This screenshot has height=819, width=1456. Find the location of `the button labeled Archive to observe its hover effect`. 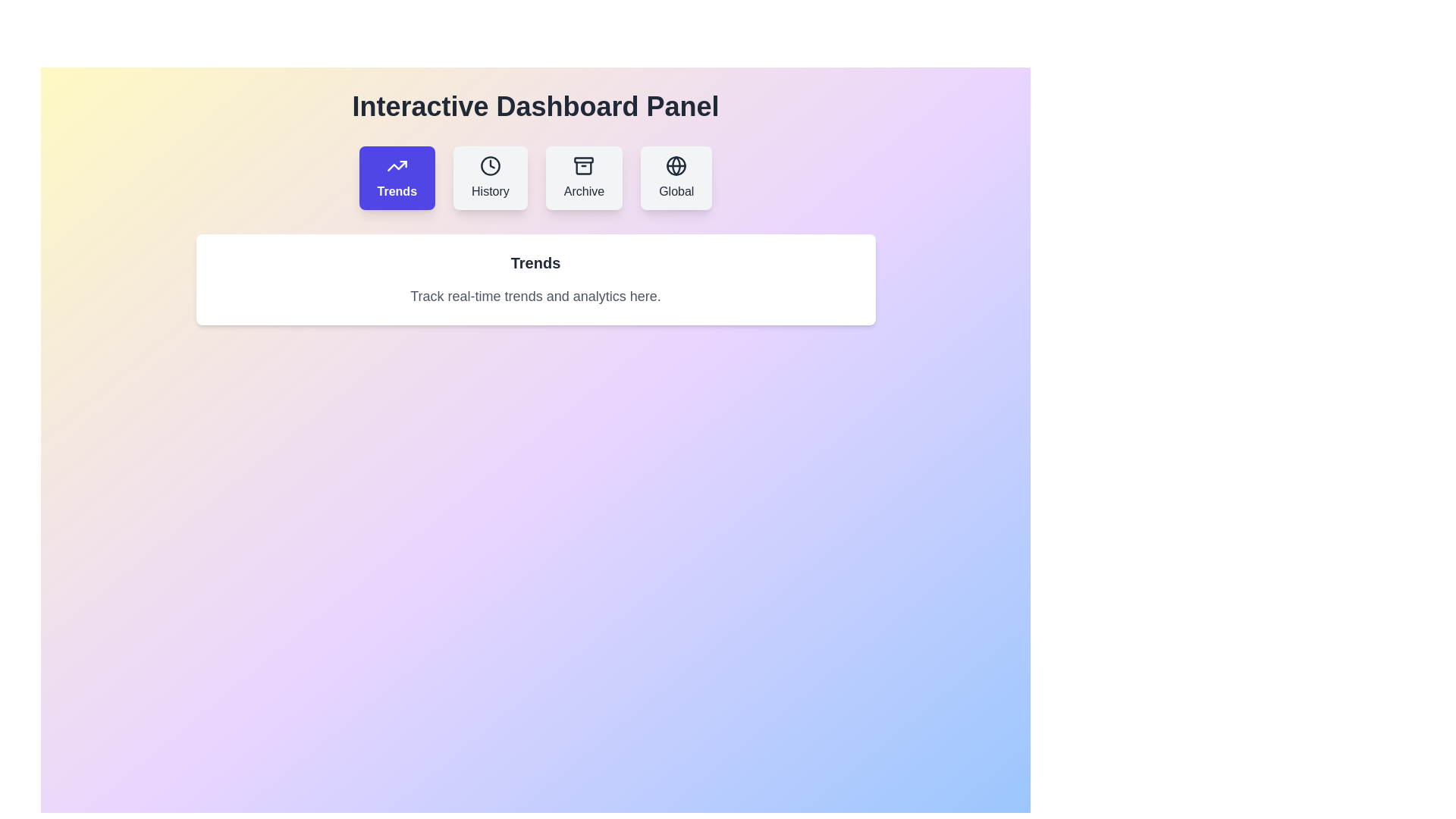

the button labeled Archive to observe its hover effect is located at coordinates (583, 177).